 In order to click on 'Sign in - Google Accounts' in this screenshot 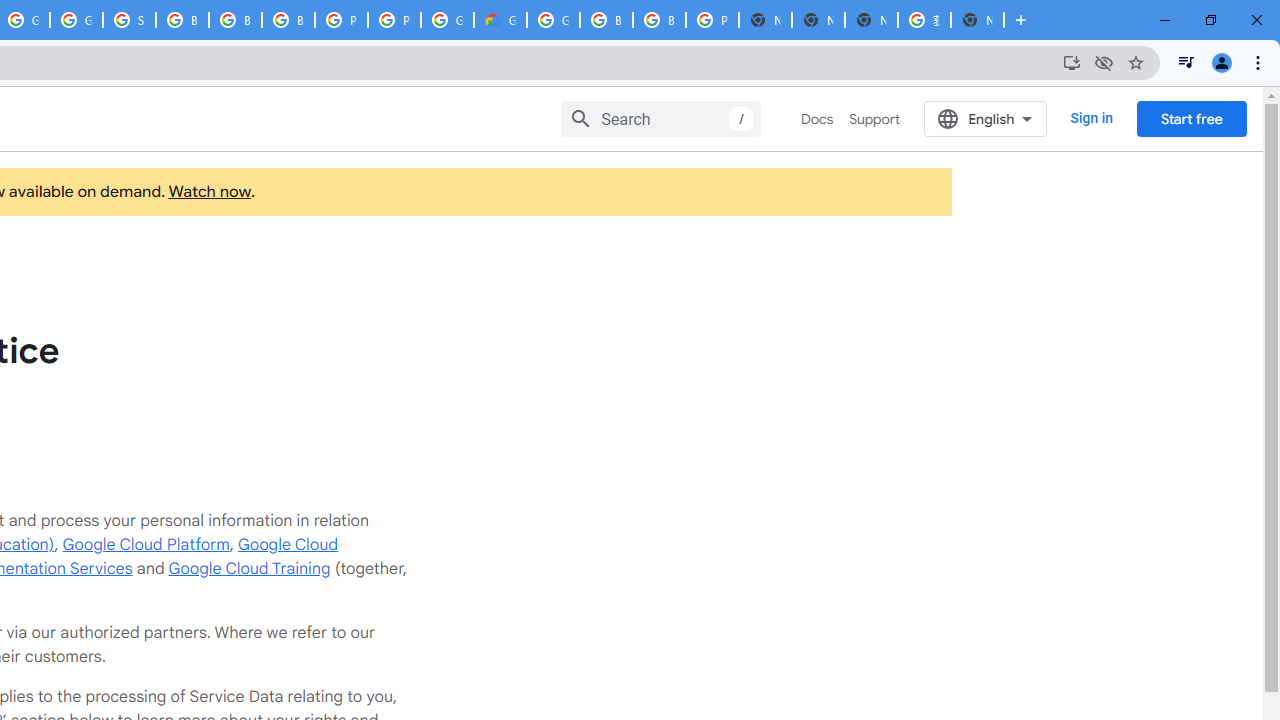, I will do `click(128, 20)`.